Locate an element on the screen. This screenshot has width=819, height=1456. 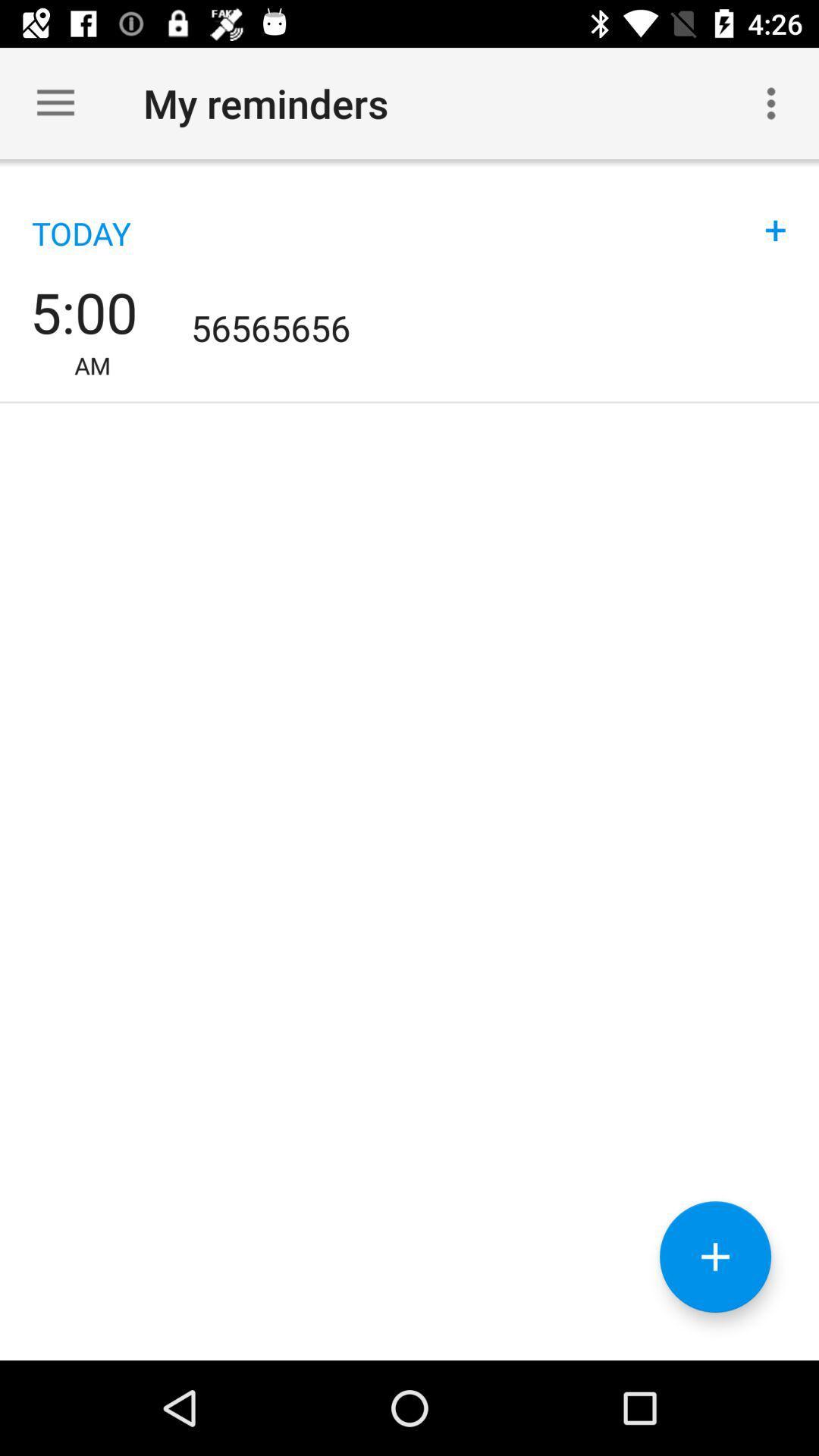
the add icon is located at coordinates (715, 1257).